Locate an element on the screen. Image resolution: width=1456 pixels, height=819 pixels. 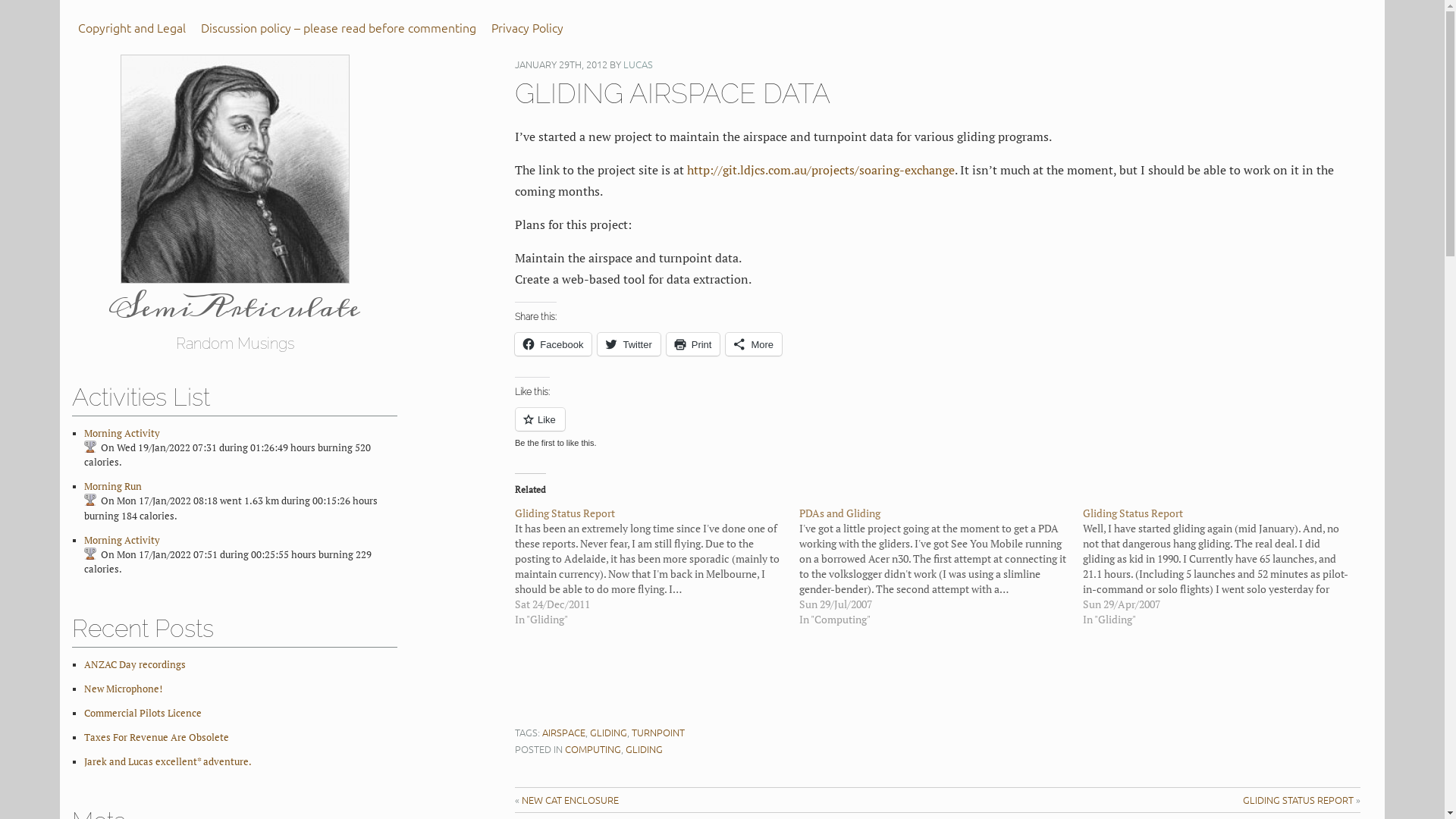
'LUCAS' is located at coordinates (638, 63).